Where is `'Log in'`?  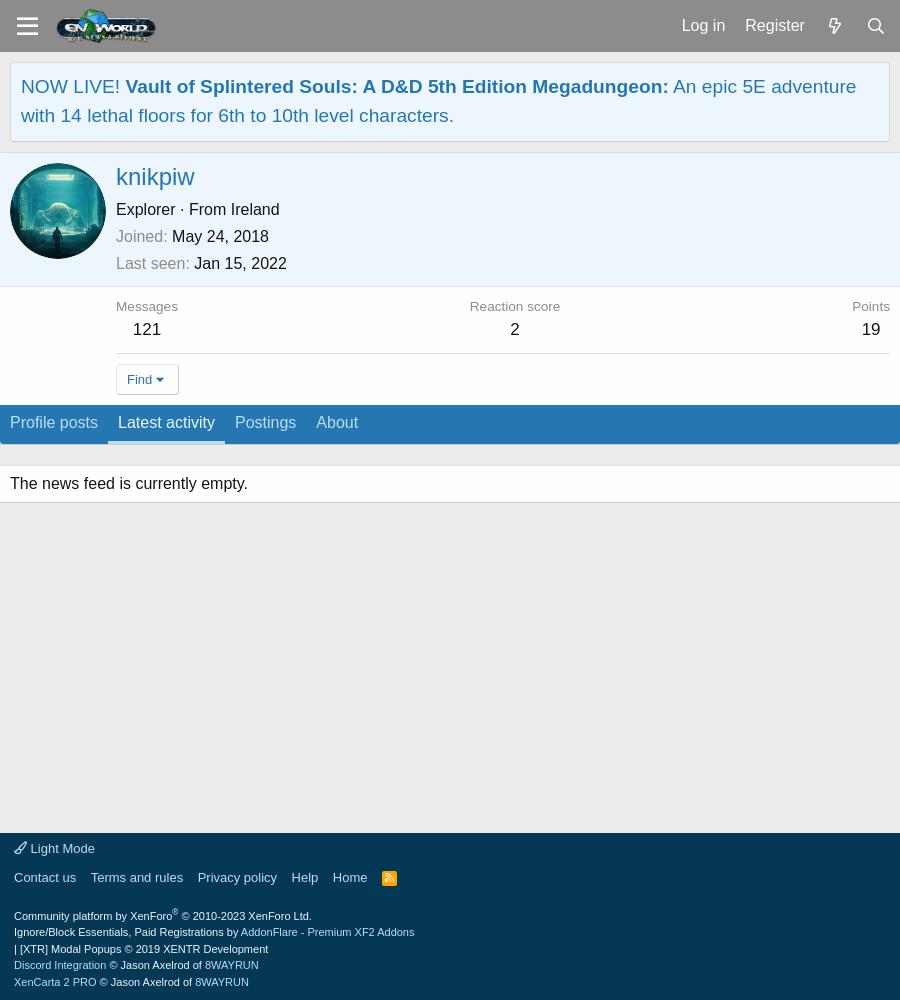
'Log in' is located at coordinates (701, 24).